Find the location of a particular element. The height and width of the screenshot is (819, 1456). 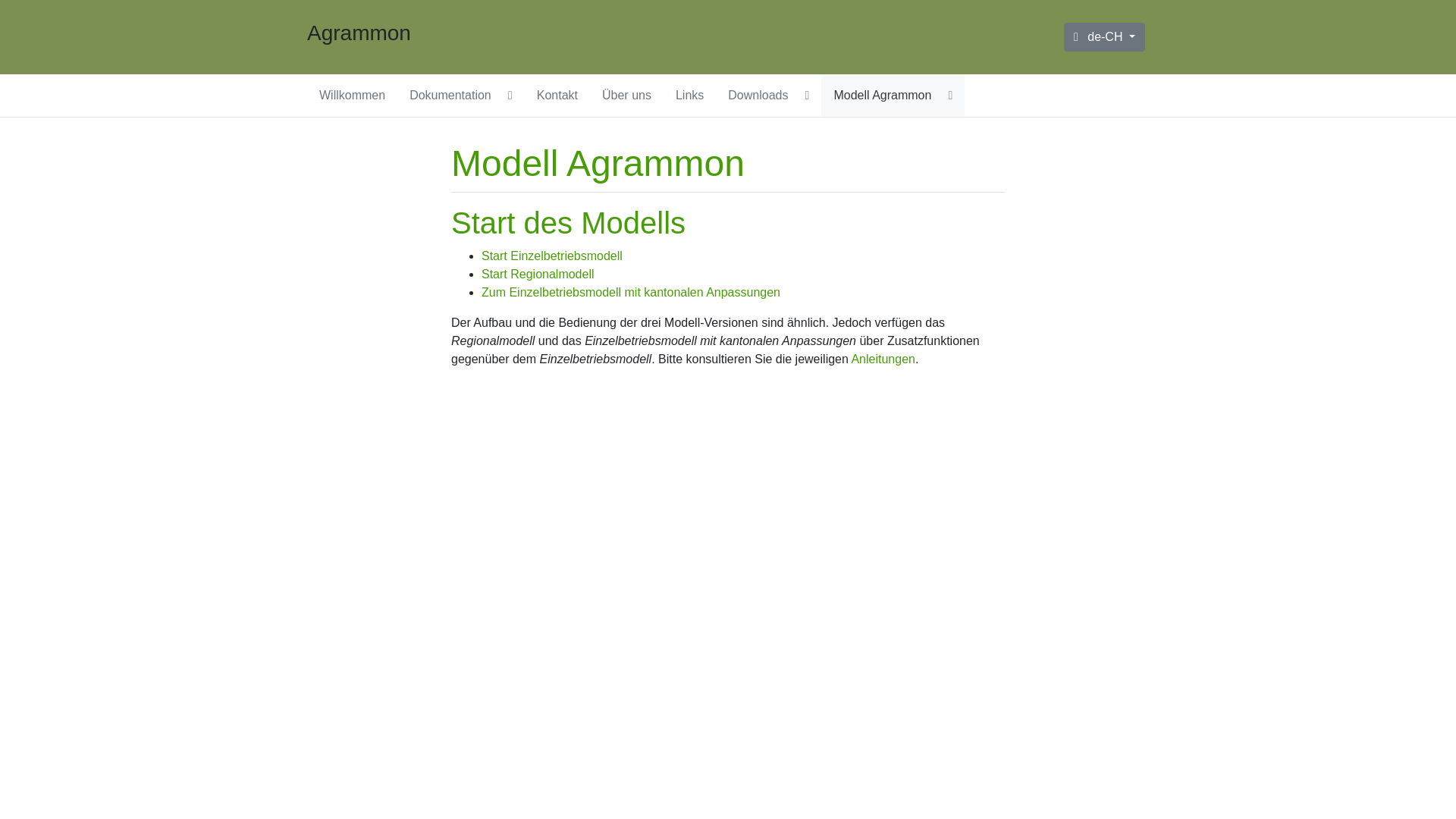

'Display Downloads submenu pages' is located at coordinates (807, 96).